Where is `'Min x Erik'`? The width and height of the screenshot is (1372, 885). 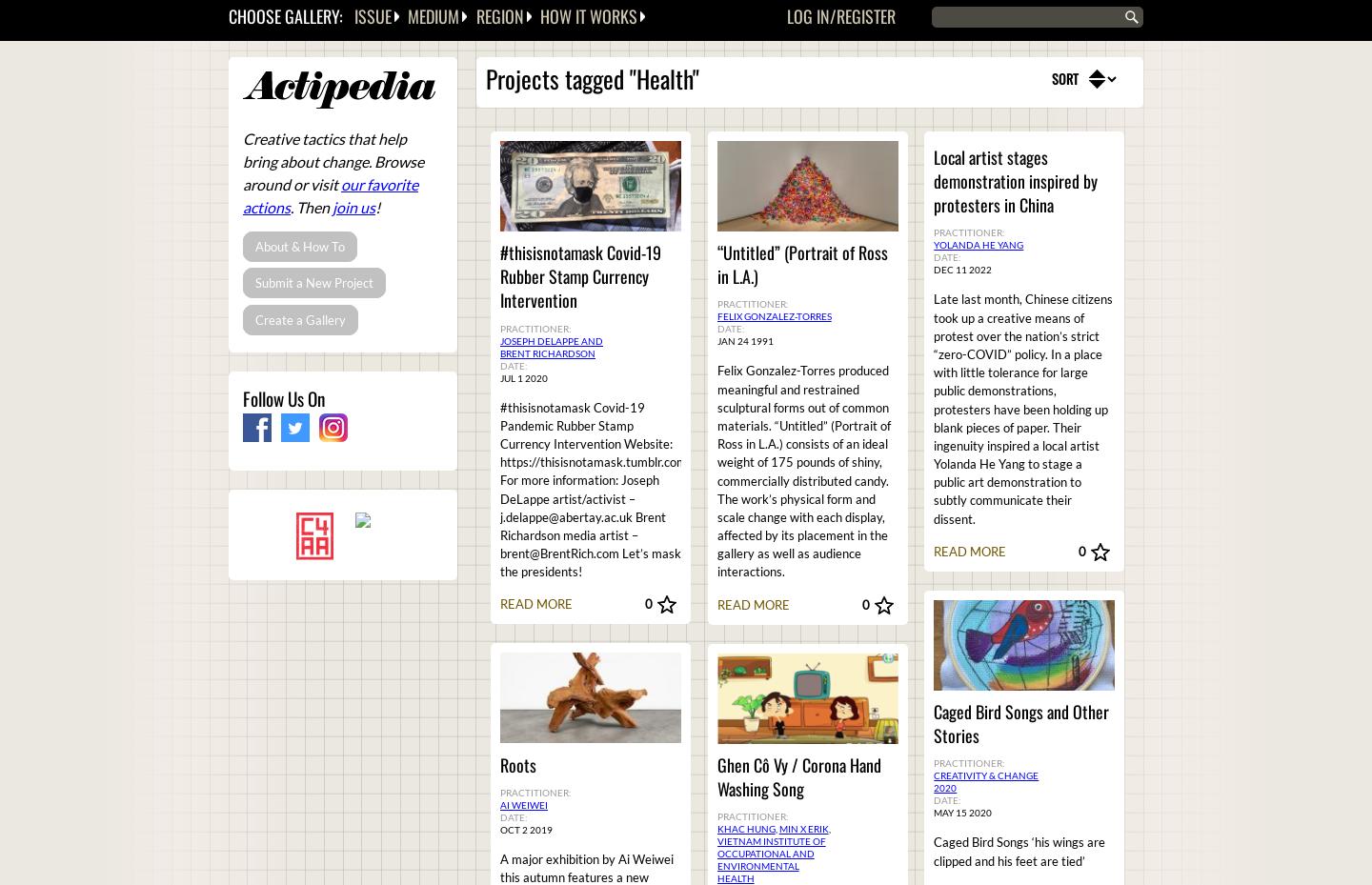 'Min x Erik' is located at coordinates (801, 829).